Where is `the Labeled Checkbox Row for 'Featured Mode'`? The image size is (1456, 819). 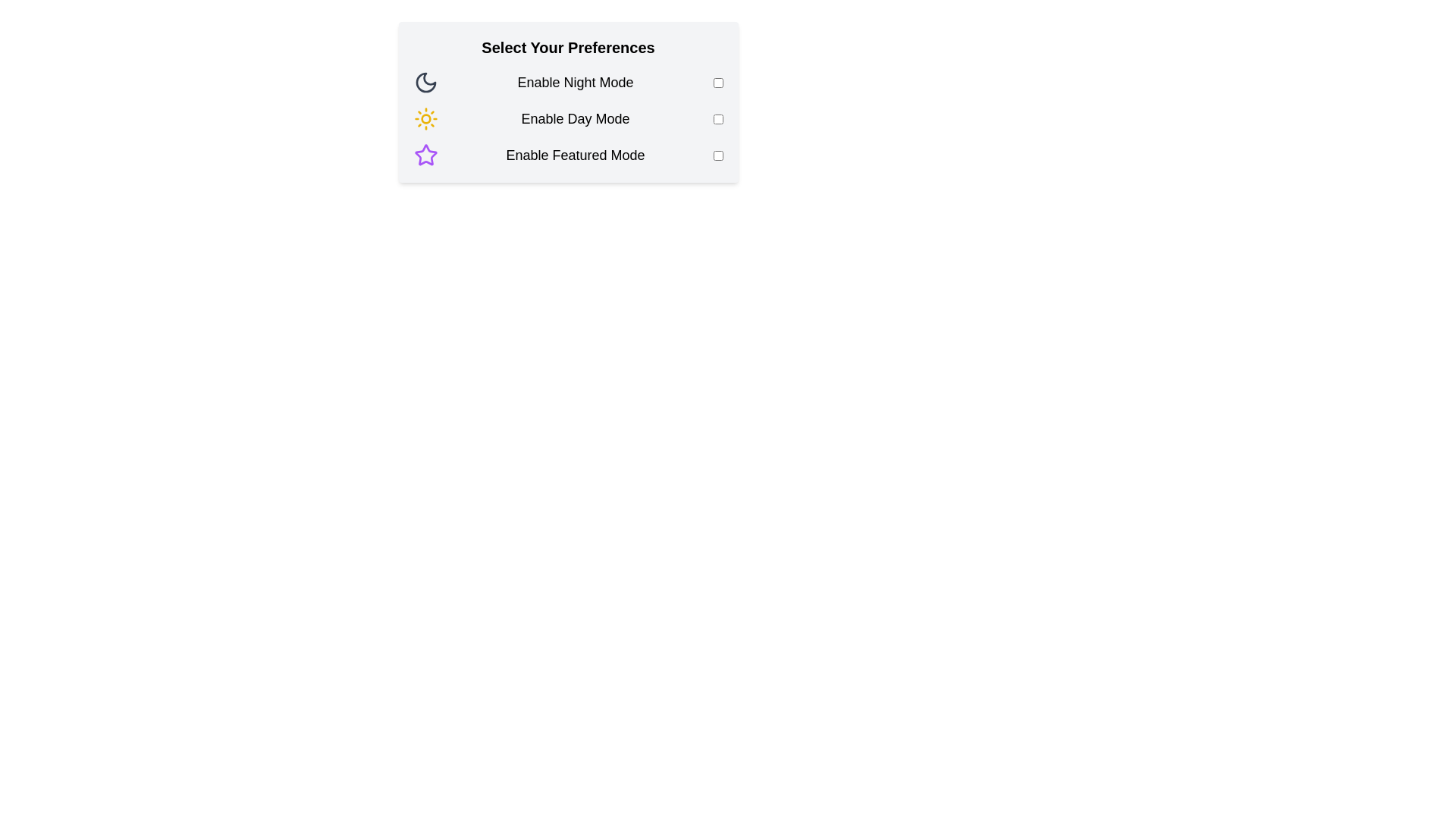
the Labeled Checkbox Row for 'Featured Mode' is located at coordinates (567, 155).